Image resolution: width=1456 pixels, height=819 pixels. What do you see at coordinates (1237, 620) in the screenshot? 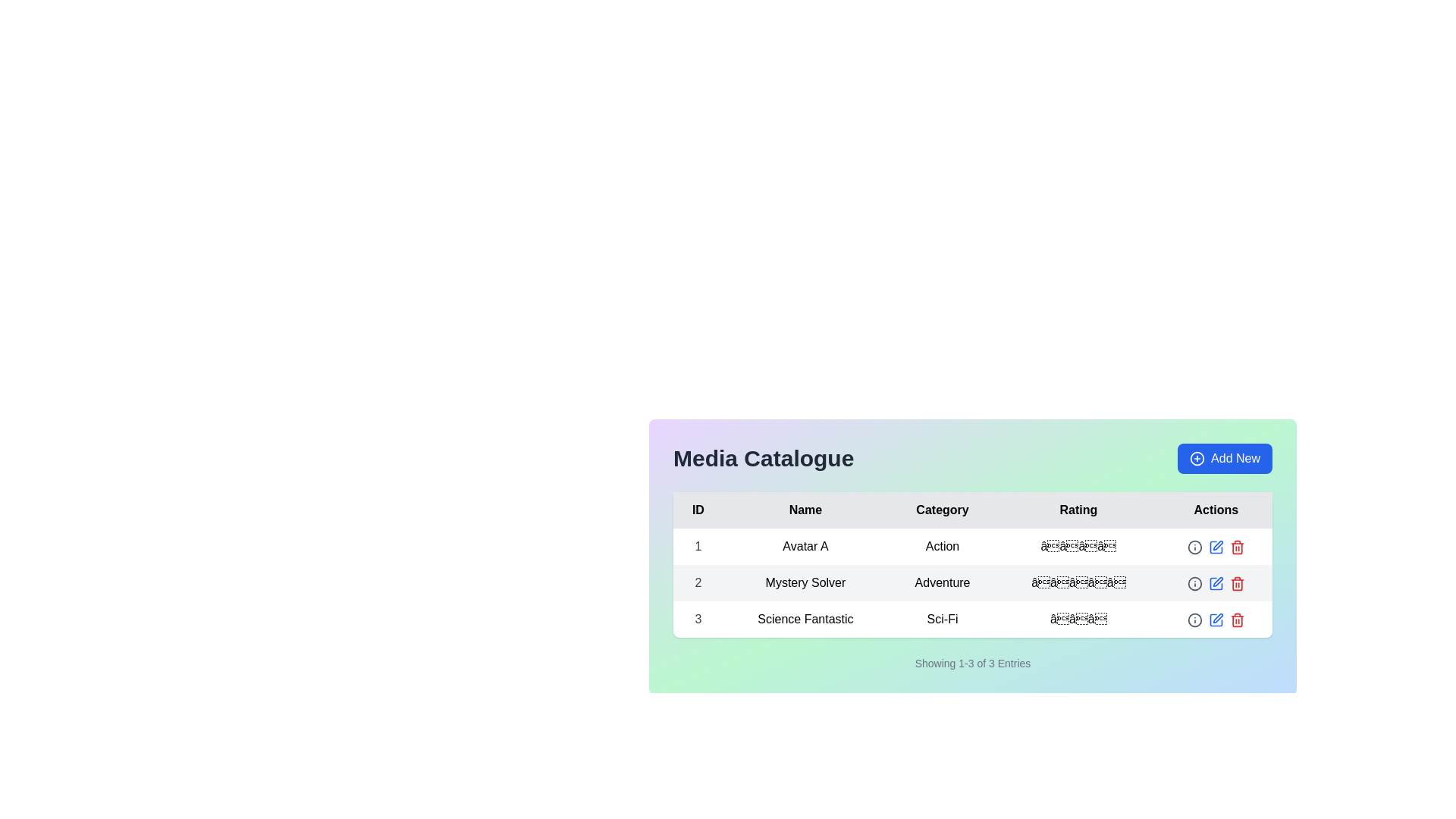
I see `the red trash can icon in the 'Actions' column for the 'Science Fantastic' entry` at bounding box center [1237, 620].